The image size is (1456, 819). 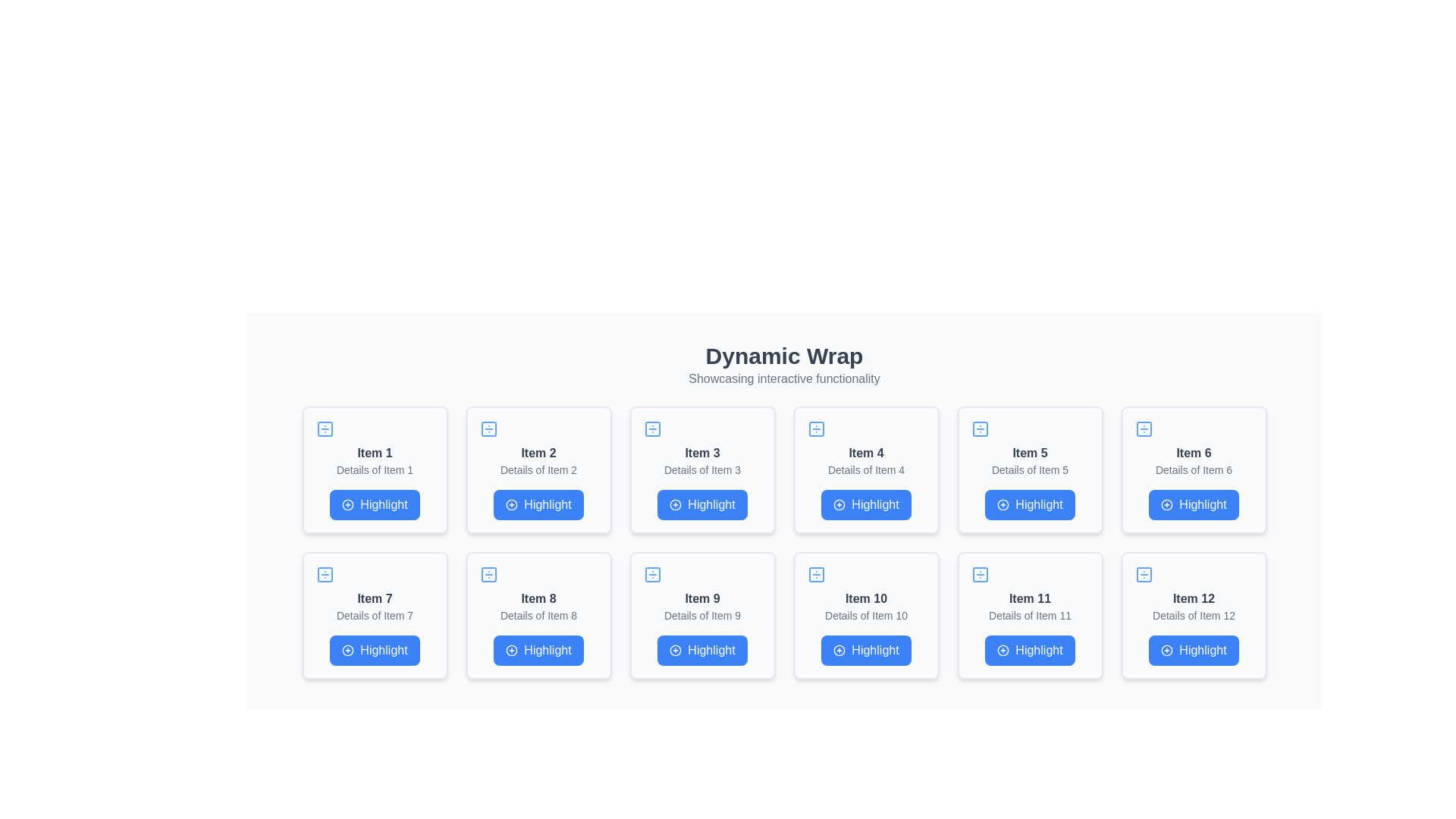 What do you see at coordinates (324, 429) in the screenshot?
I see `the division icon located in the upper-left card labeled 'Item 1', positioned centrally horizontally near the top edge` at bounding box center [324, 429].